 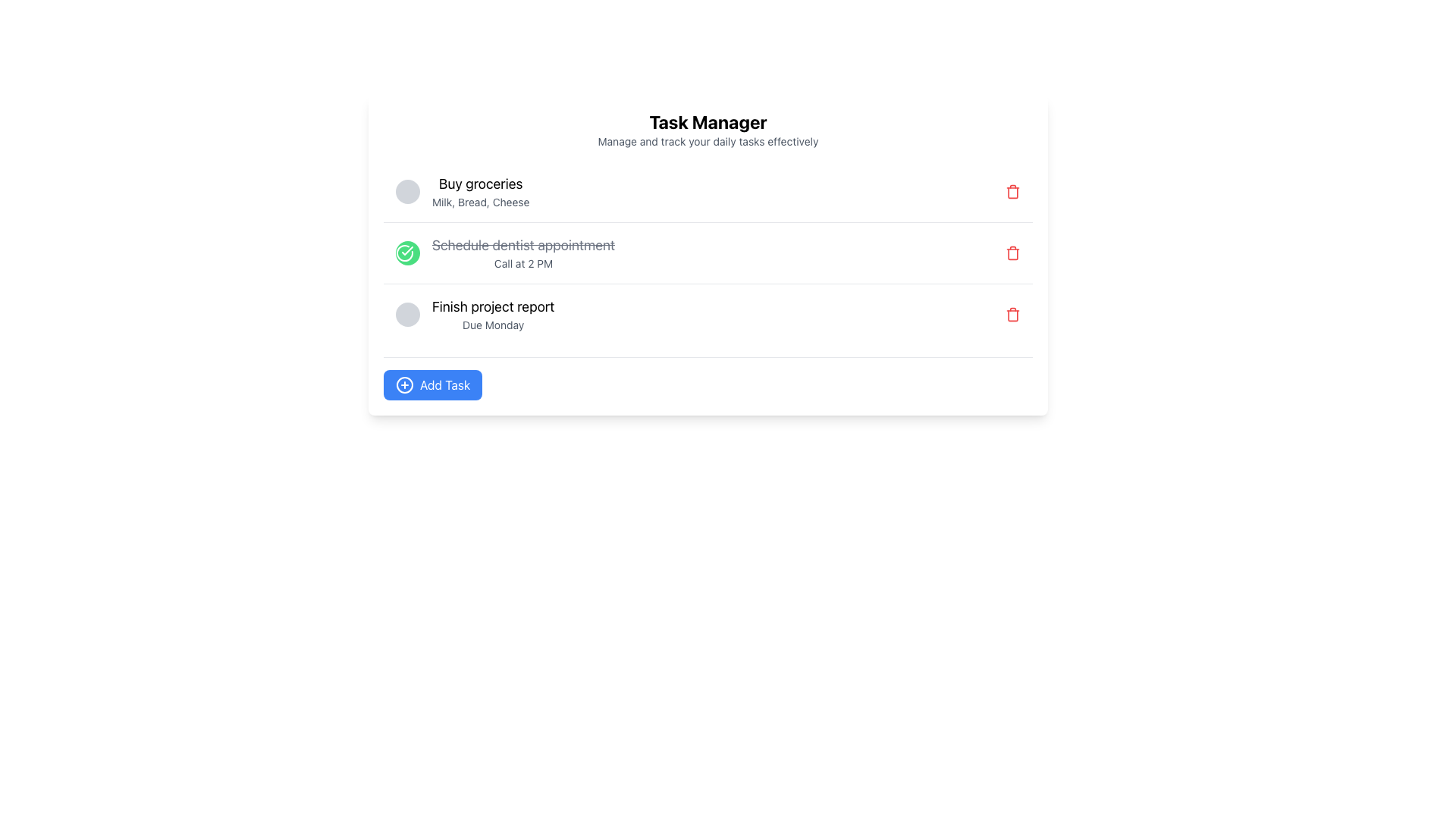 I want to click on the circular SVG icon with a checkmark inside, which is white on a green circular background, located to the left of the text 'Schedule dentist appointment', so click(x=404, y=253).